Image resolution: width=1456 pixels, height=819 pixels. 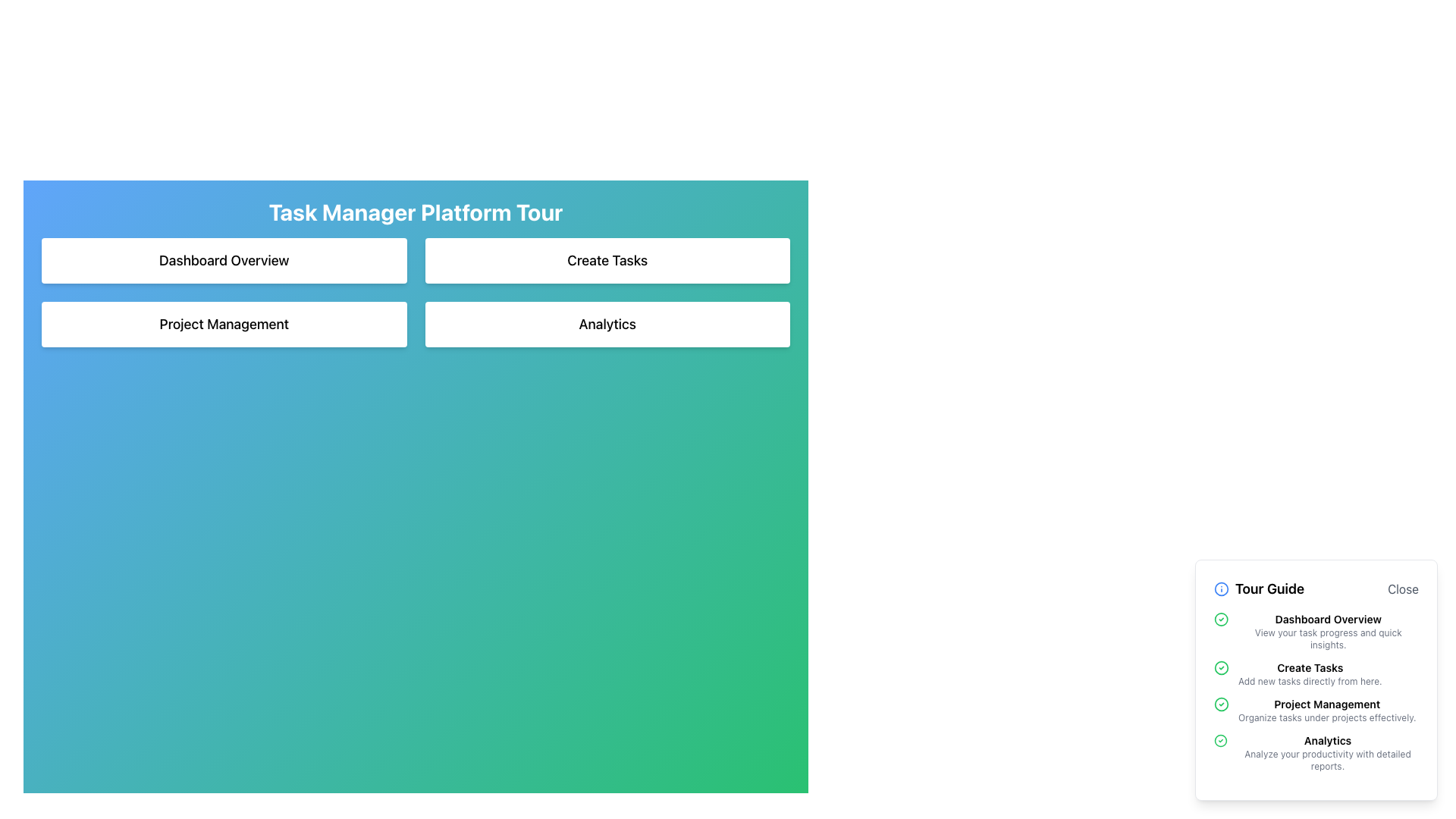 I want to click on the completed step icon located in the guide panel, which is positioned to the left of the text 'Create TasksAdd new tasks directly from here.', so click(x=1222, y=667).